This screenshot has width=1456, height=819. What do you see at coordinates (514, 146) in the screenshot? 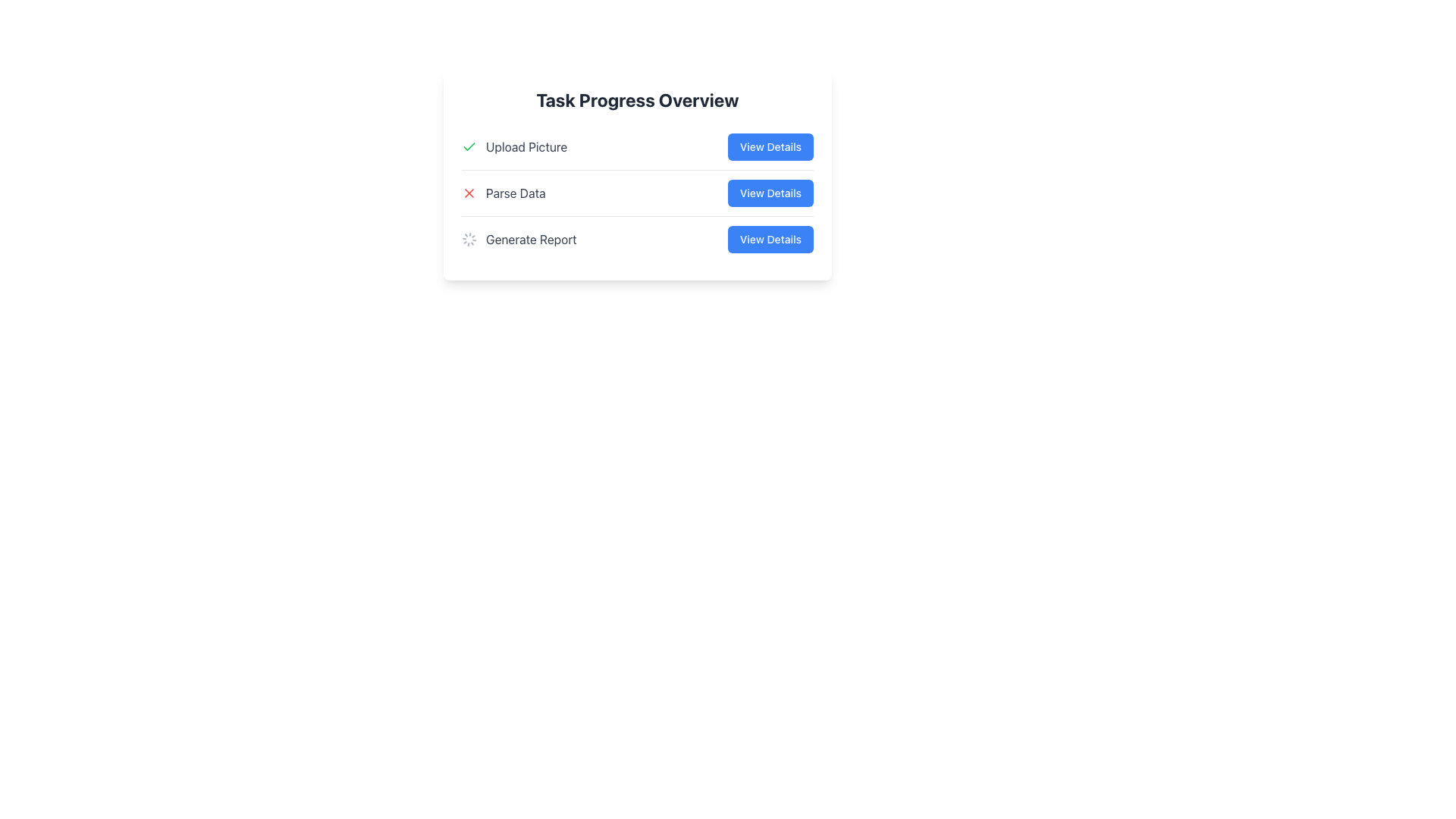
I see `the 'Upload Picture' task label with a green checkmark, which indicates the task is complete, located under the 'Task Progress Overview' section` at bounding box center [514, 146].